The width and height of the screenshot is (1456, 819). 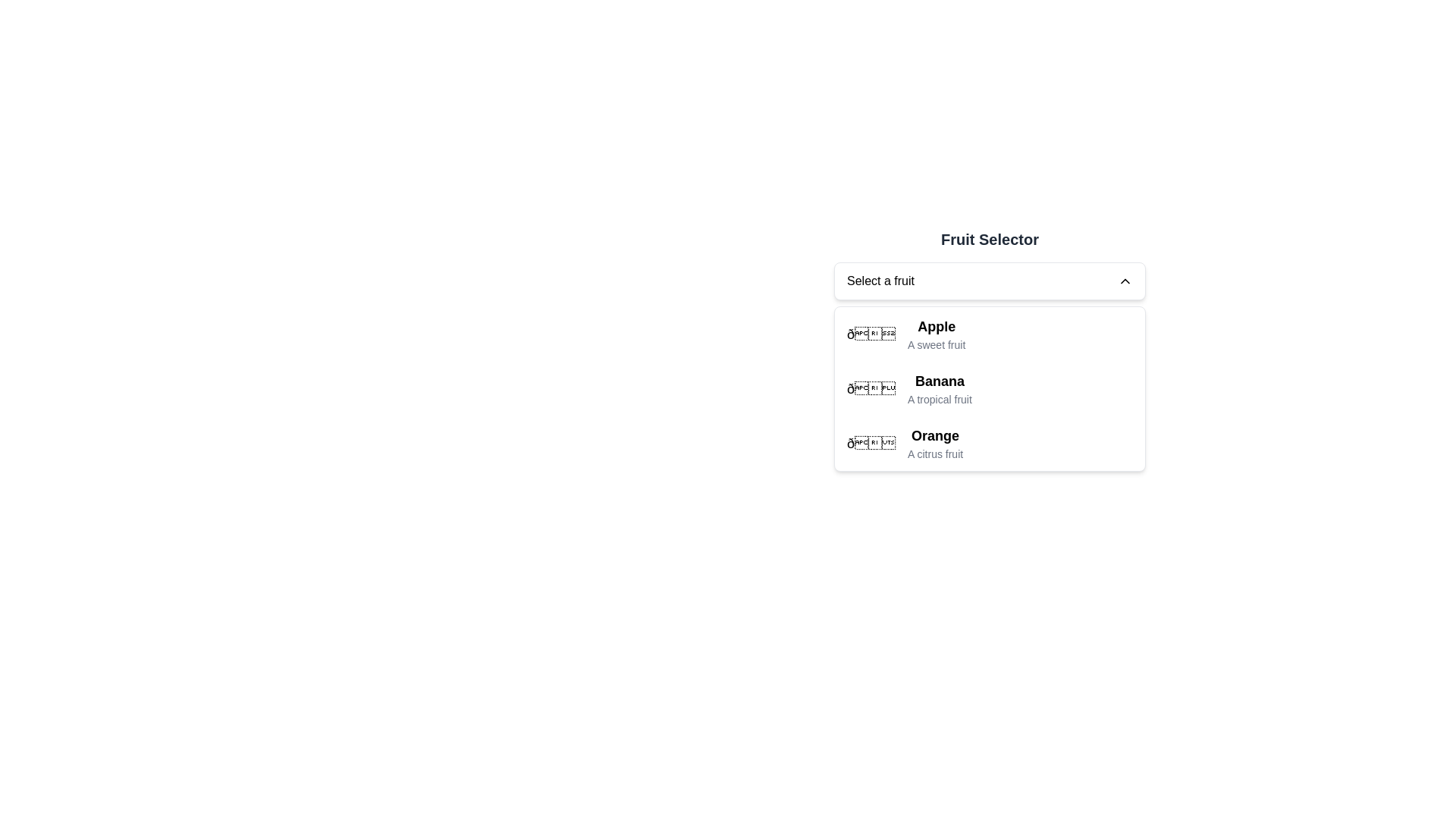 I want to click on to select the 'Banana' option from the dropdown list, which is the second item located between 'Apple' and 'Orange', so click(x=990, y=406).